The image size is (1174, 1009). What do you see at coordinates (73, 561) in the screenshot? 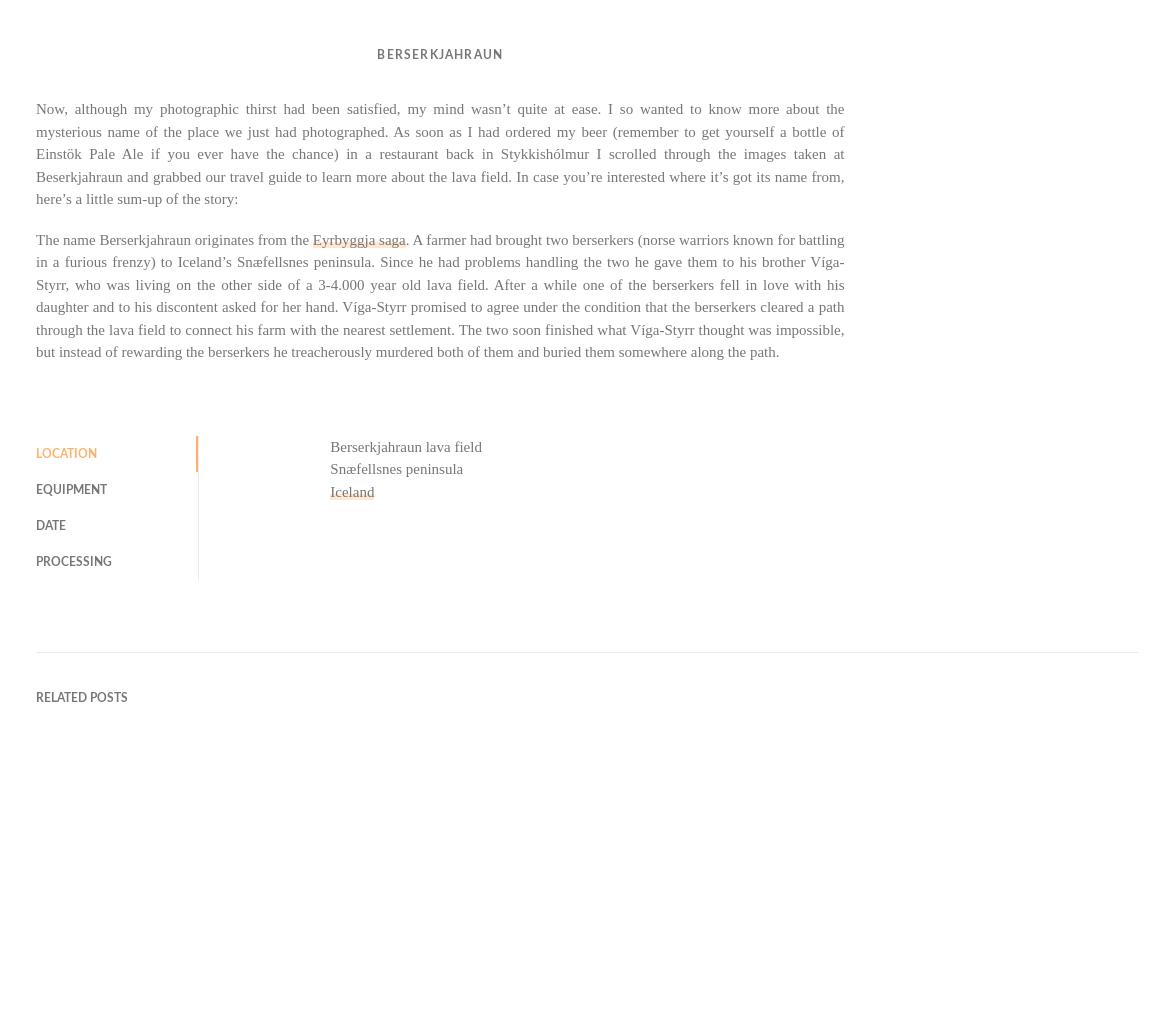
I see `'Processing'` at bounding box center [73, 561].